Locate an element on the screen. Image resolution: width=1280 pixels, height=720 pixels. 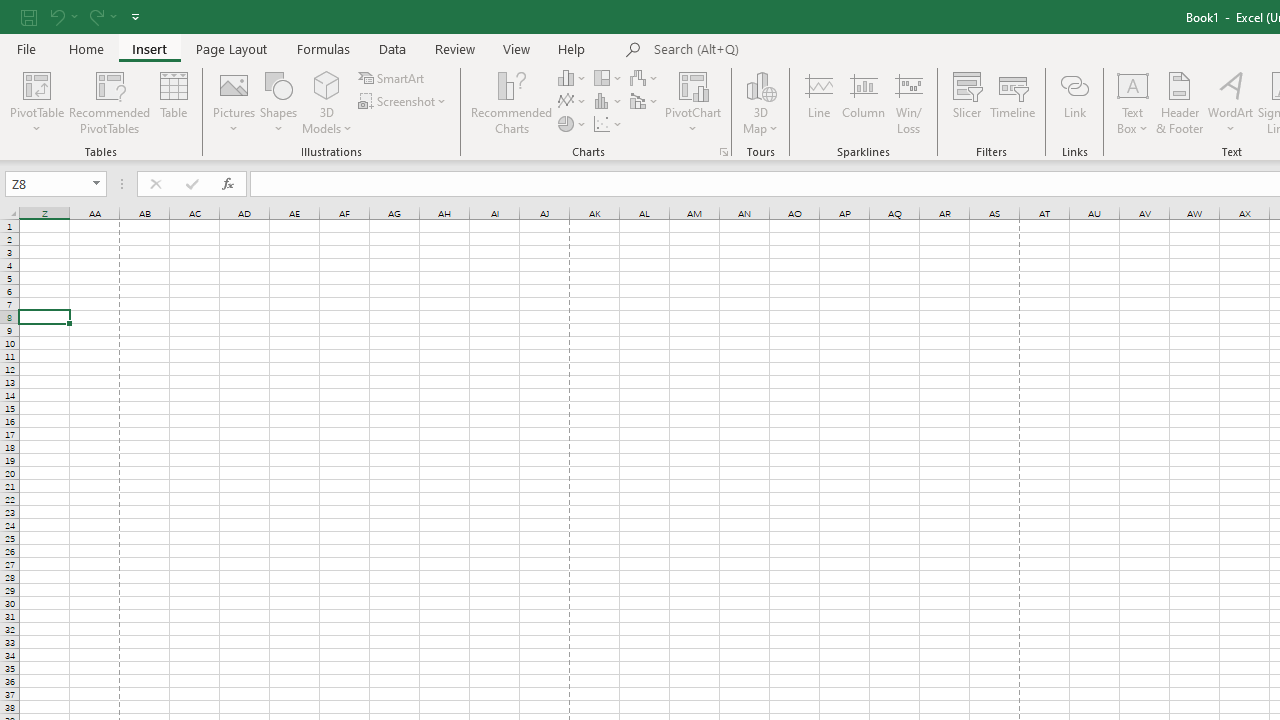
'Insert Combo Chart' is located at coordinates (645, 101).